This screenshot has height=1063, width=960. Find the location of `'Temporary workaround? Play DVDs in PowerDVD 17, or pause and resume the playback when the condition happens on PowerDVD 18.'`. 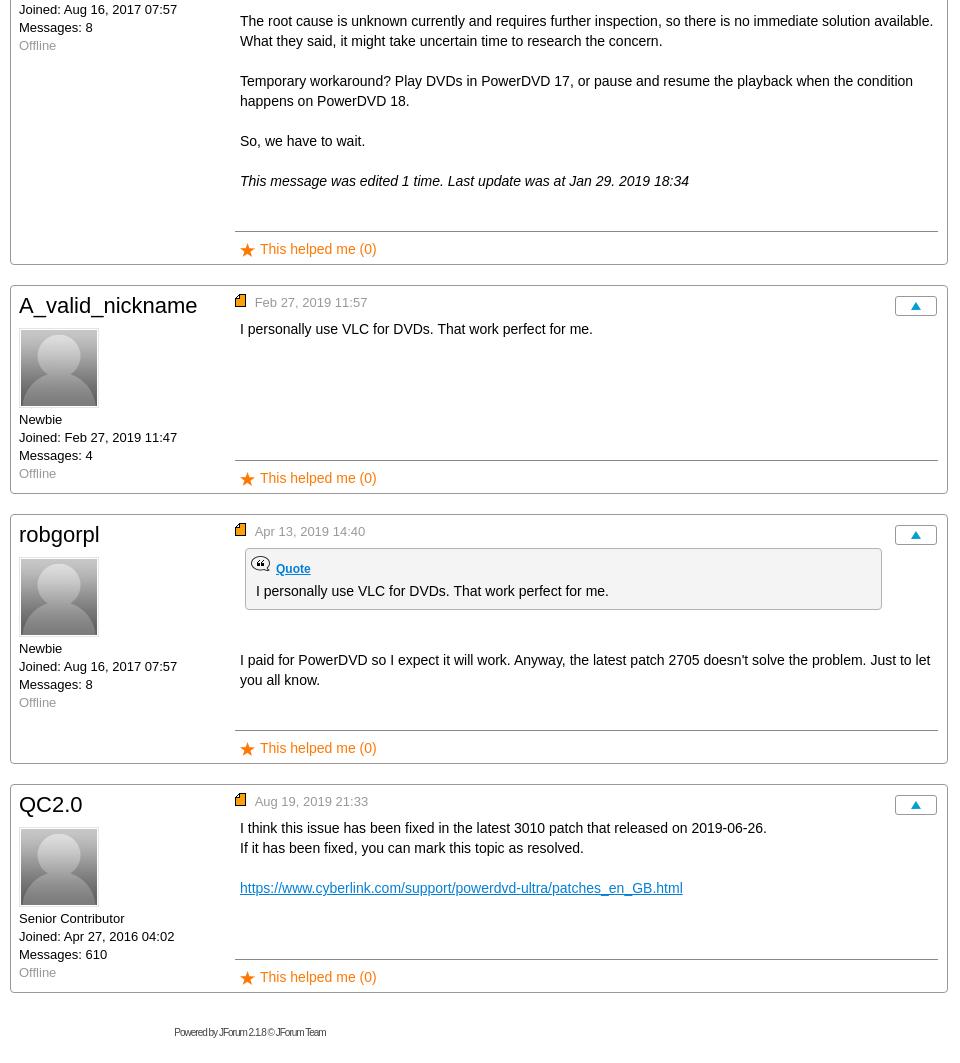

'Temporary workaround? Play DVDs in PowerDVD 17, or pause and resume the playback when the condition happens on PowerDVD 18.' is located at coordinates (240, 90).